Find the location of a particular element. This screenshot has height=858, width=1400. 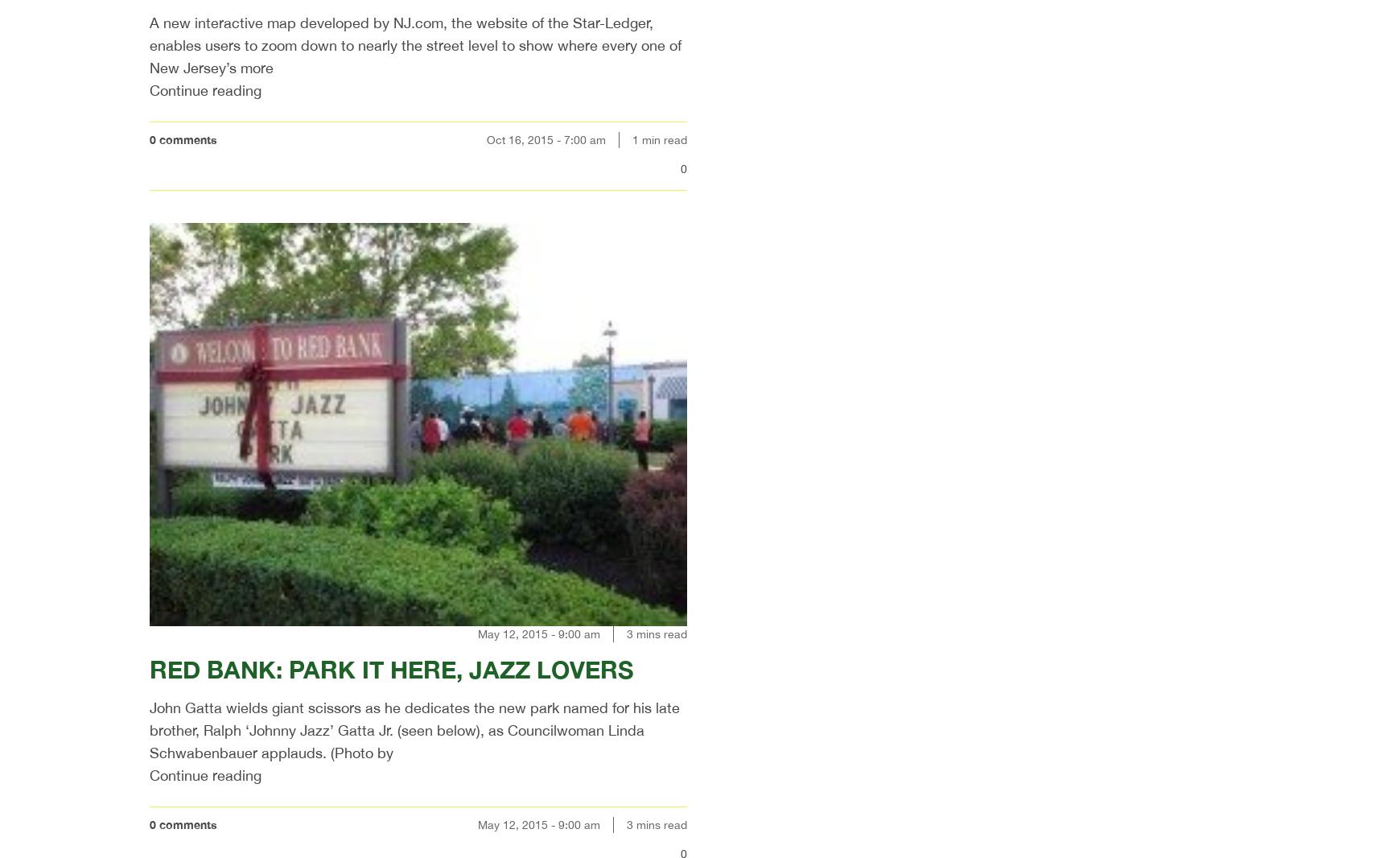

'A new interactive map developed by NJ.com, the website of the Star-Ledger, enables users to zoom down to nearly the street level to show where every one of New Jersey’s more' is located at coordinates (414, 44).